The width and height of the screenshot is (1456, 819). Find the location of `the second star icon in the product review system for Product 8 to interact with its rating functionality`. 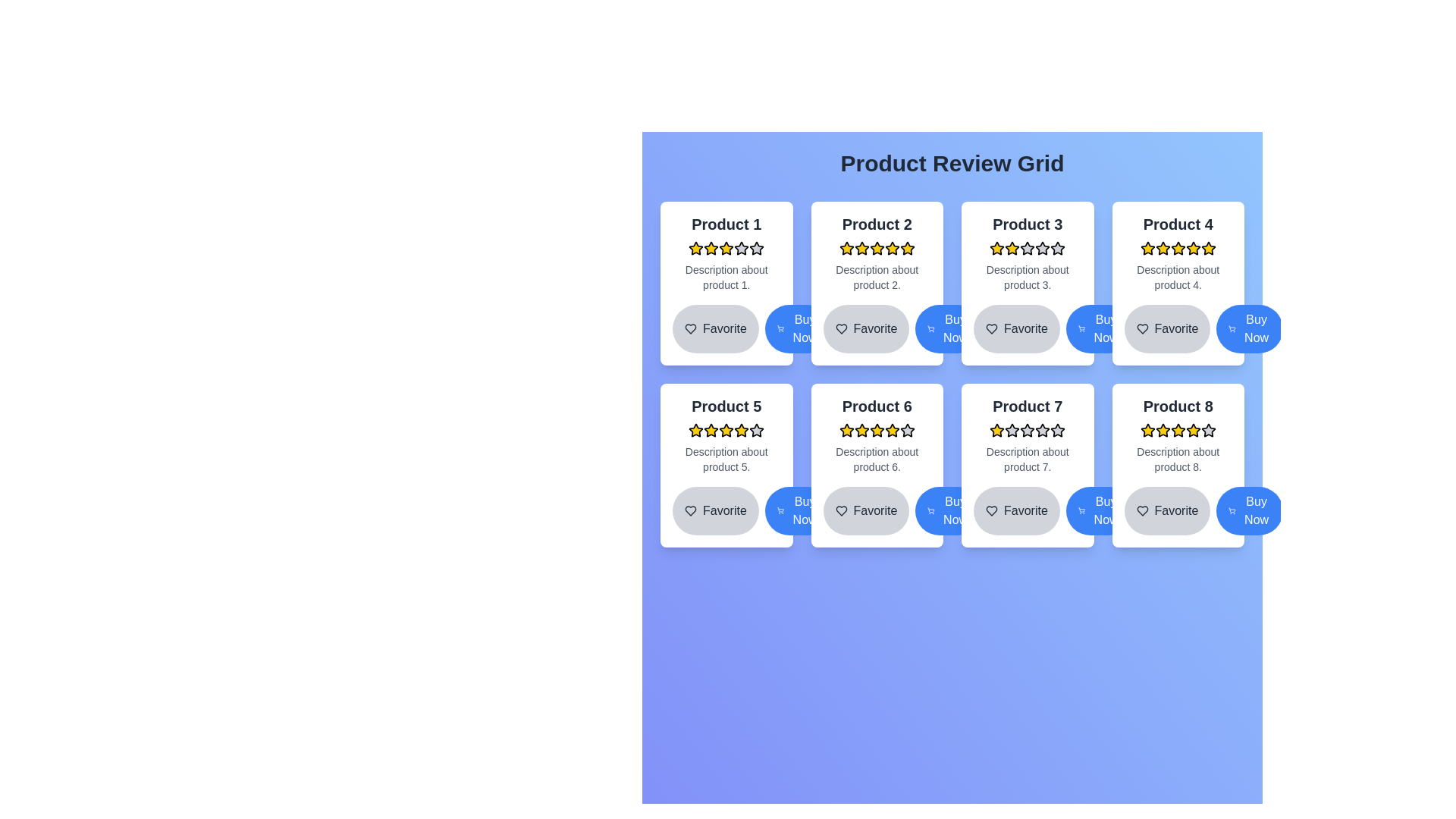

the second star icon in the product review system for Product 8 to interact with its rating functionality is located at coordinates (1147, 430).